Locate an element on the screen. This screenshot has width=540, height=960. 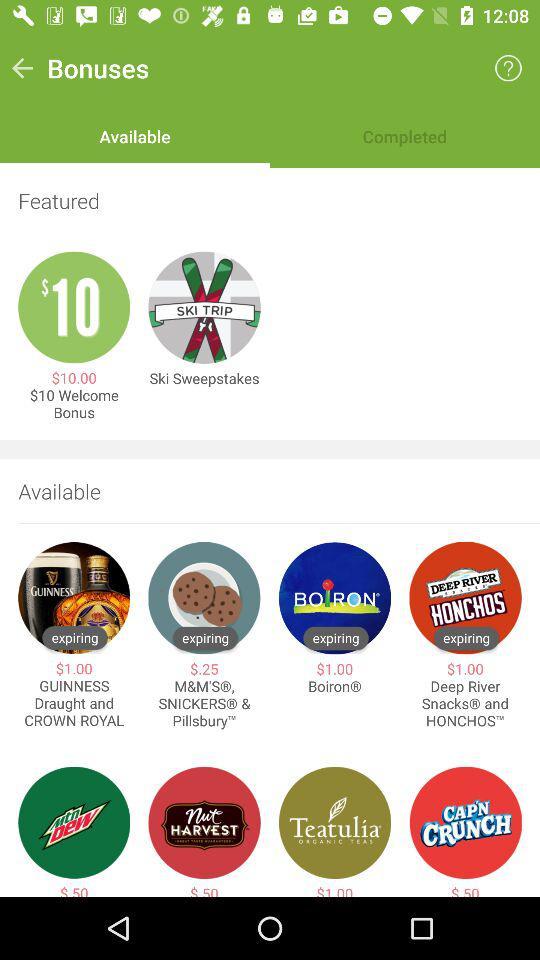
the icon next to m m s icon is located at coordinates (73, 703).